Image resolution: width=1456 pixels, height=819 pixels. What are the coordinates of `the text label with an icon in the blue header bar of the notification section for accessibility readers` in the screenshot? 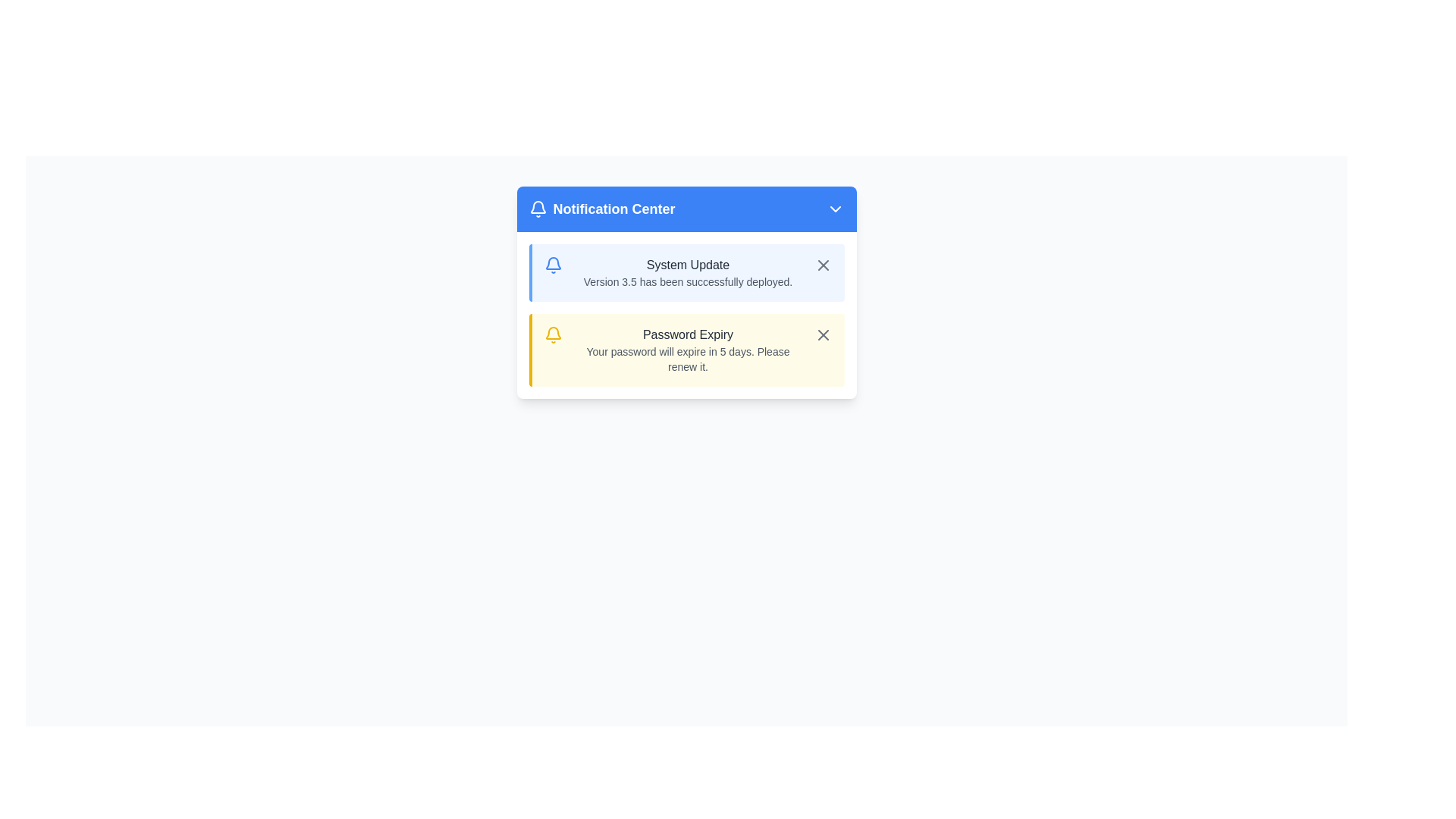 It's located at (601, 209).